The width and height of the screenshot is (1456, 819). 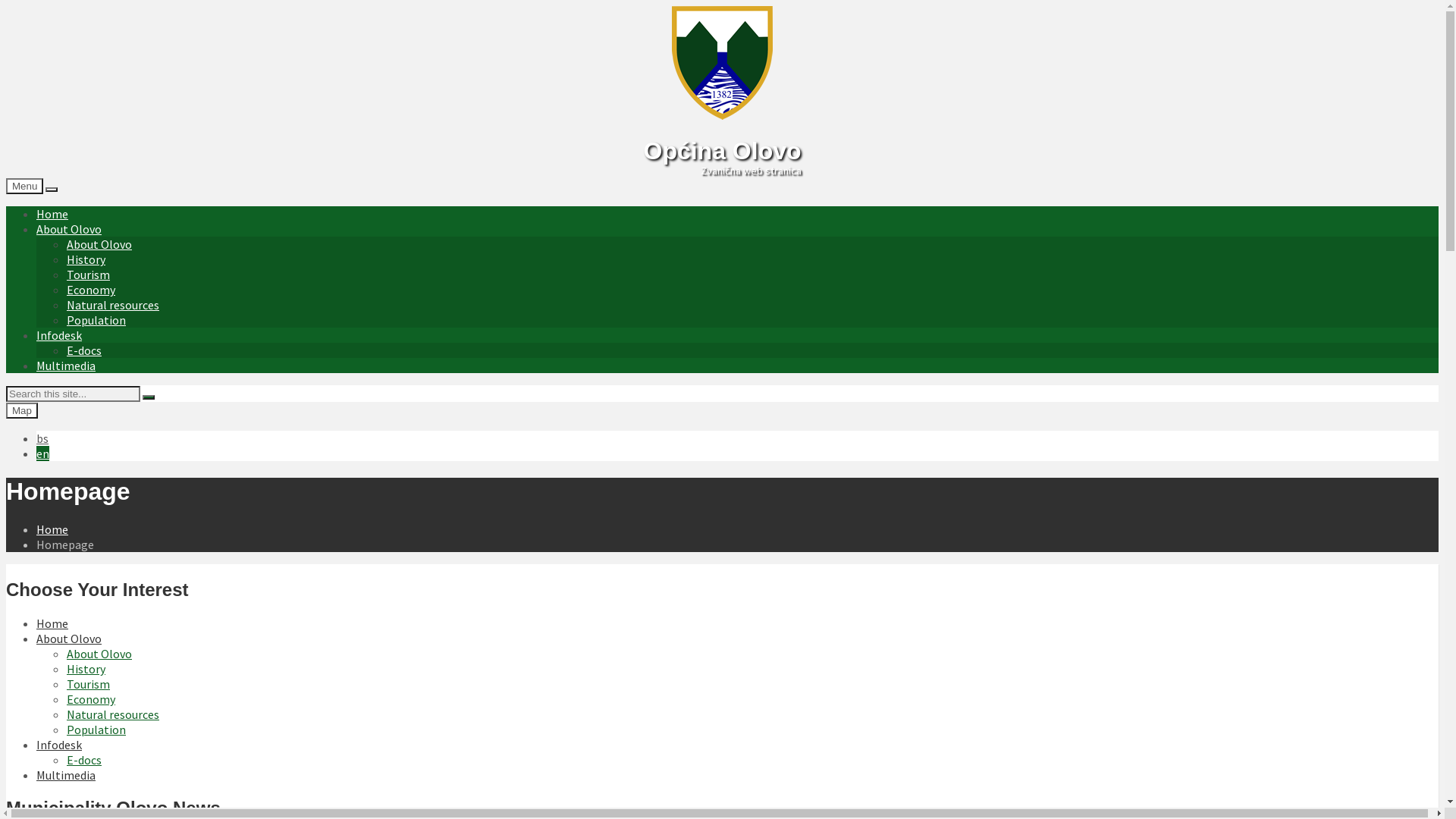 I want to click on 'E-docs', so click(x=83, y=760).